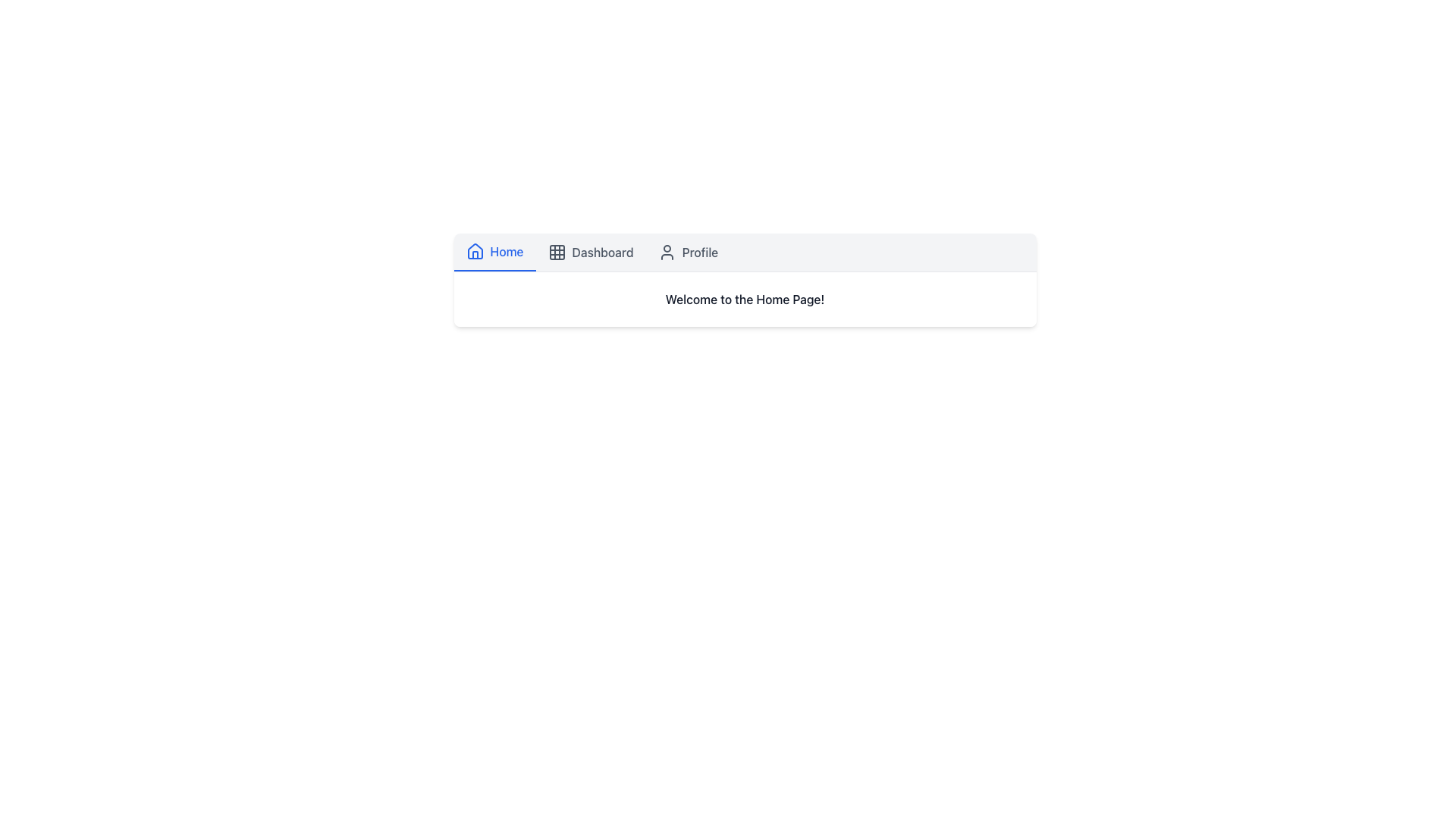  What do you see at coordinates (745, 252) in the screenshot?
I see `the navigation bar located at the top of the section, which contains labels like 'Home', 'Dashboard', and 'Profile' with a light gray background and an active item highlighted in blue` at bounding box center [745, 252].